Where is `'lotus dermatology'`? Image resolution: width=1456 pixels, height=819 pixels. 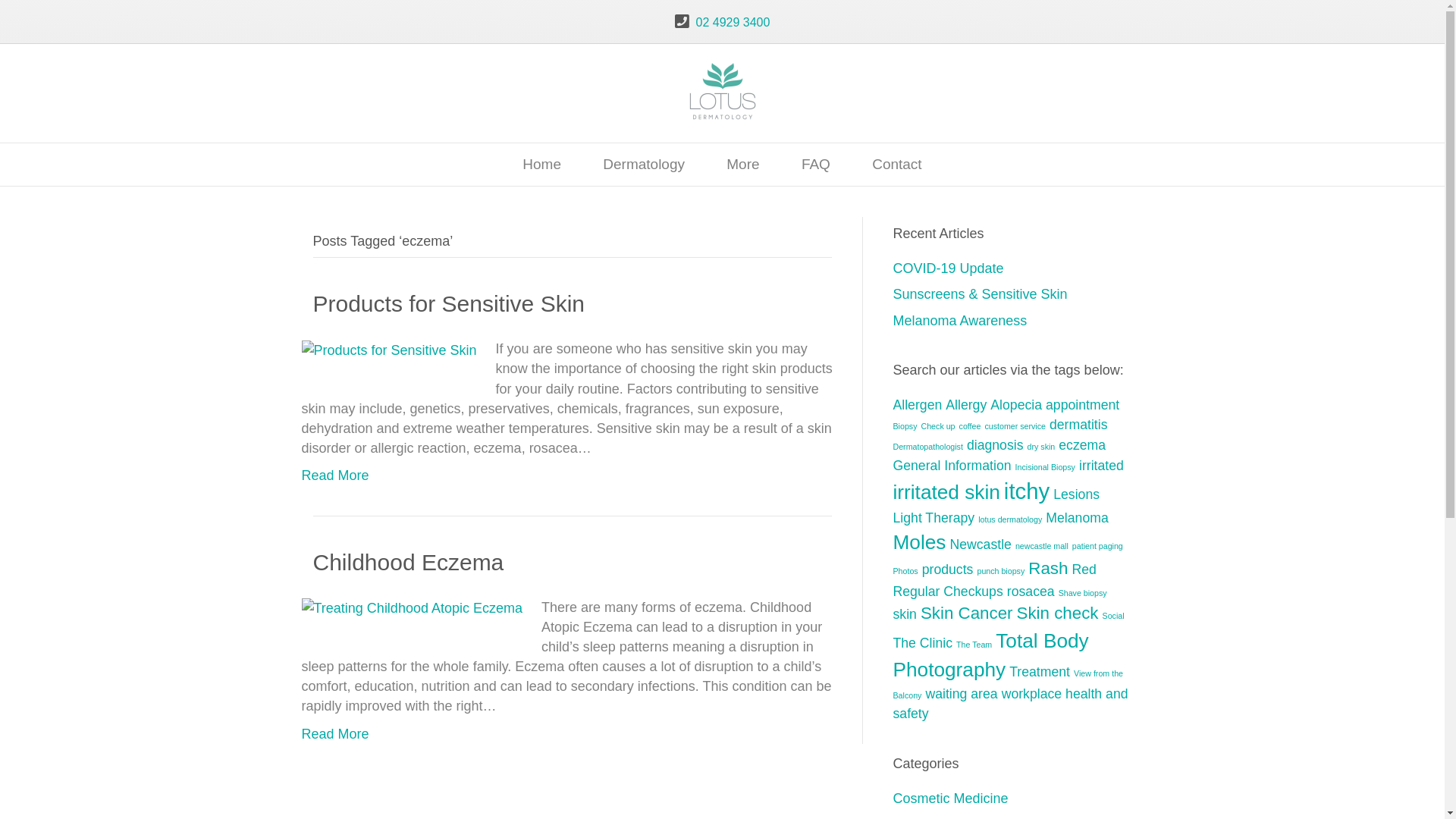 'lotus dermatology' is located at coordinates (1009, 519).